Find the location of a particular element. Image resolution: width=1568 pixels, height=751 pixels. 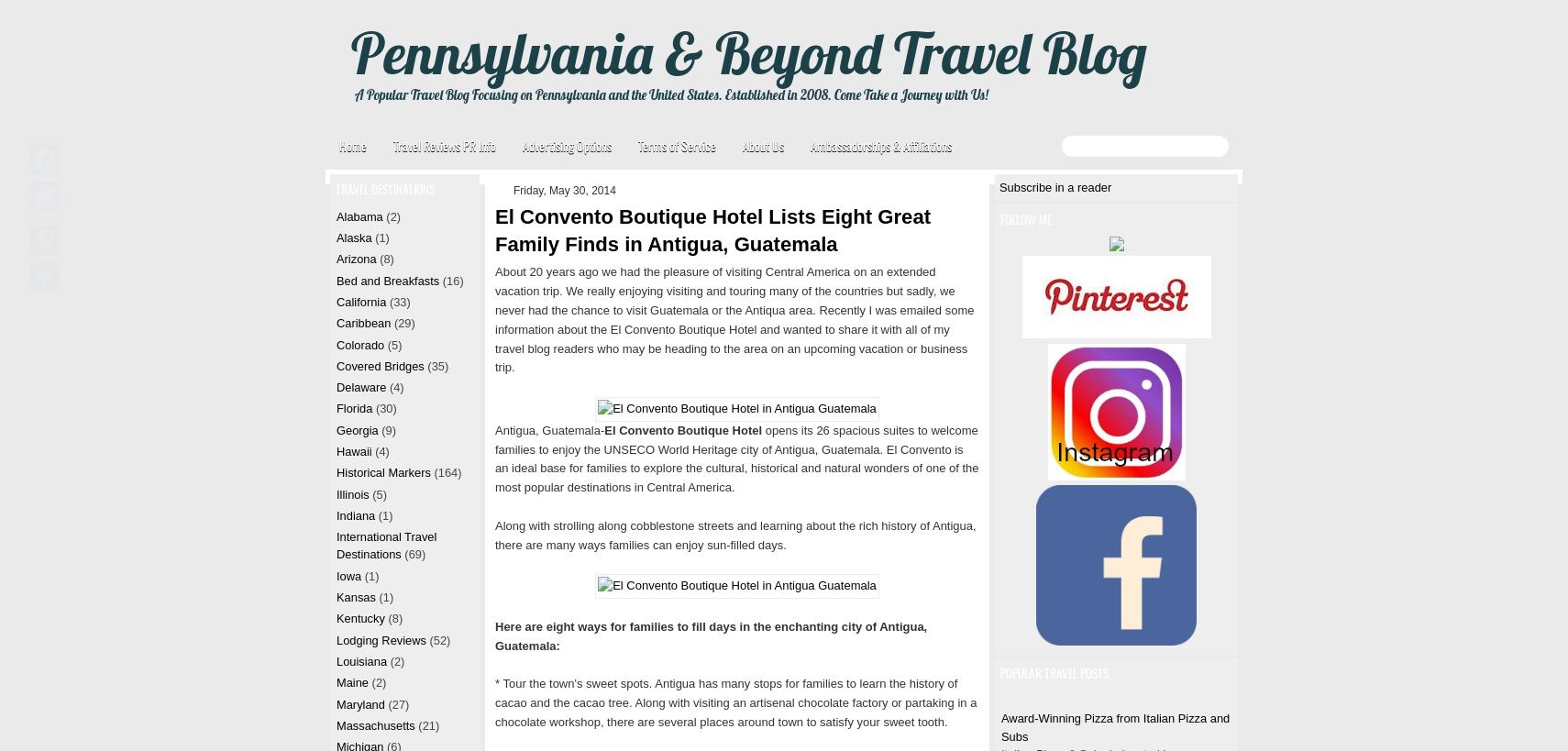

'Historical Markers' is located at coordinates (381, 471).